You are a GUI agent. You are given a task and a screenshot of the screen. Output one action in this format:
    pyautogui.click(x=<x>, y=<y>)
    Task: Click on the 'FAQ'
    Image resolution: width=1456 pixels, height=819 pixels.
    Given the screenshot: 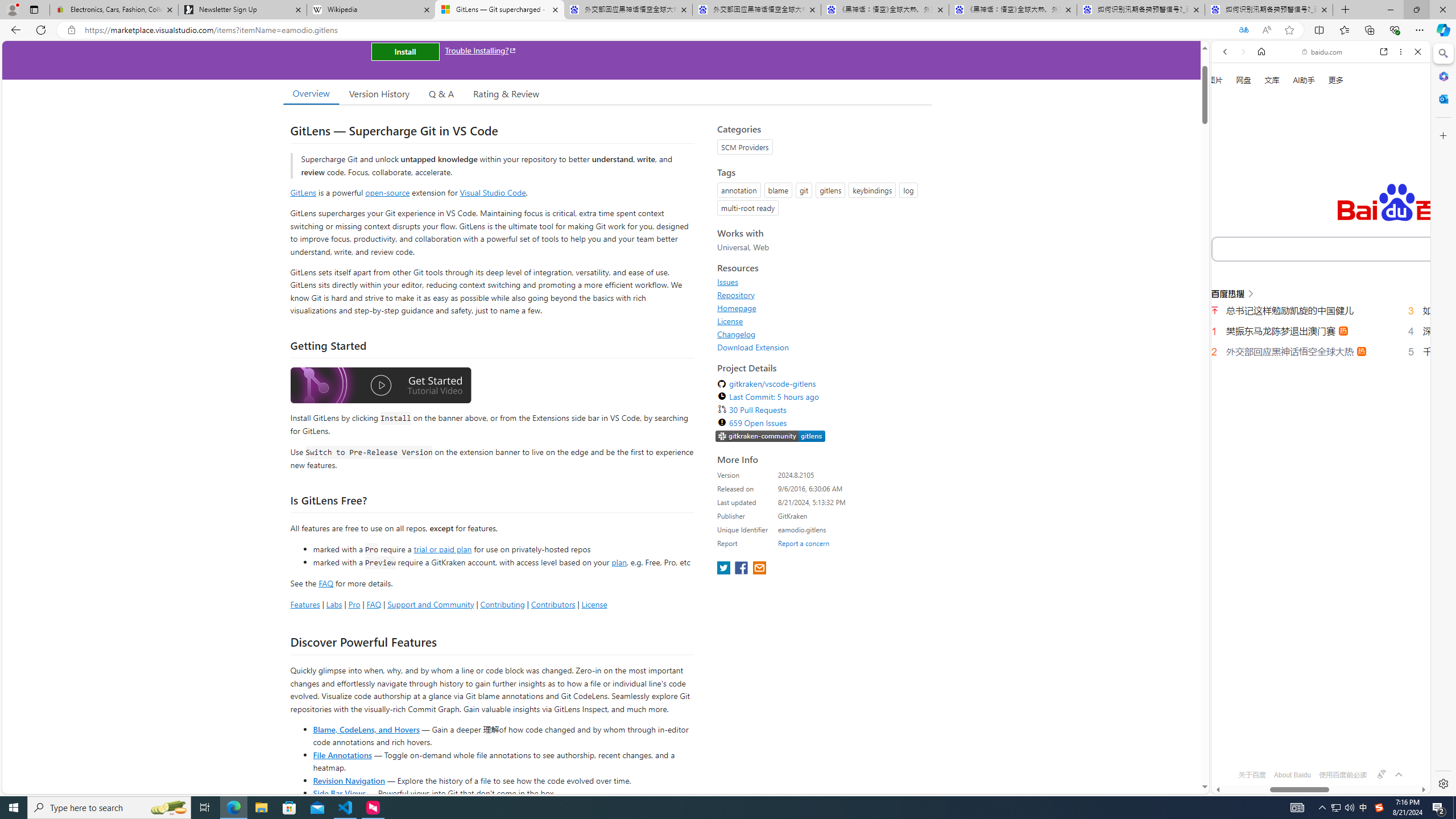 What is the action you would take?
    pyautogui.click(x=373, y=603)
    